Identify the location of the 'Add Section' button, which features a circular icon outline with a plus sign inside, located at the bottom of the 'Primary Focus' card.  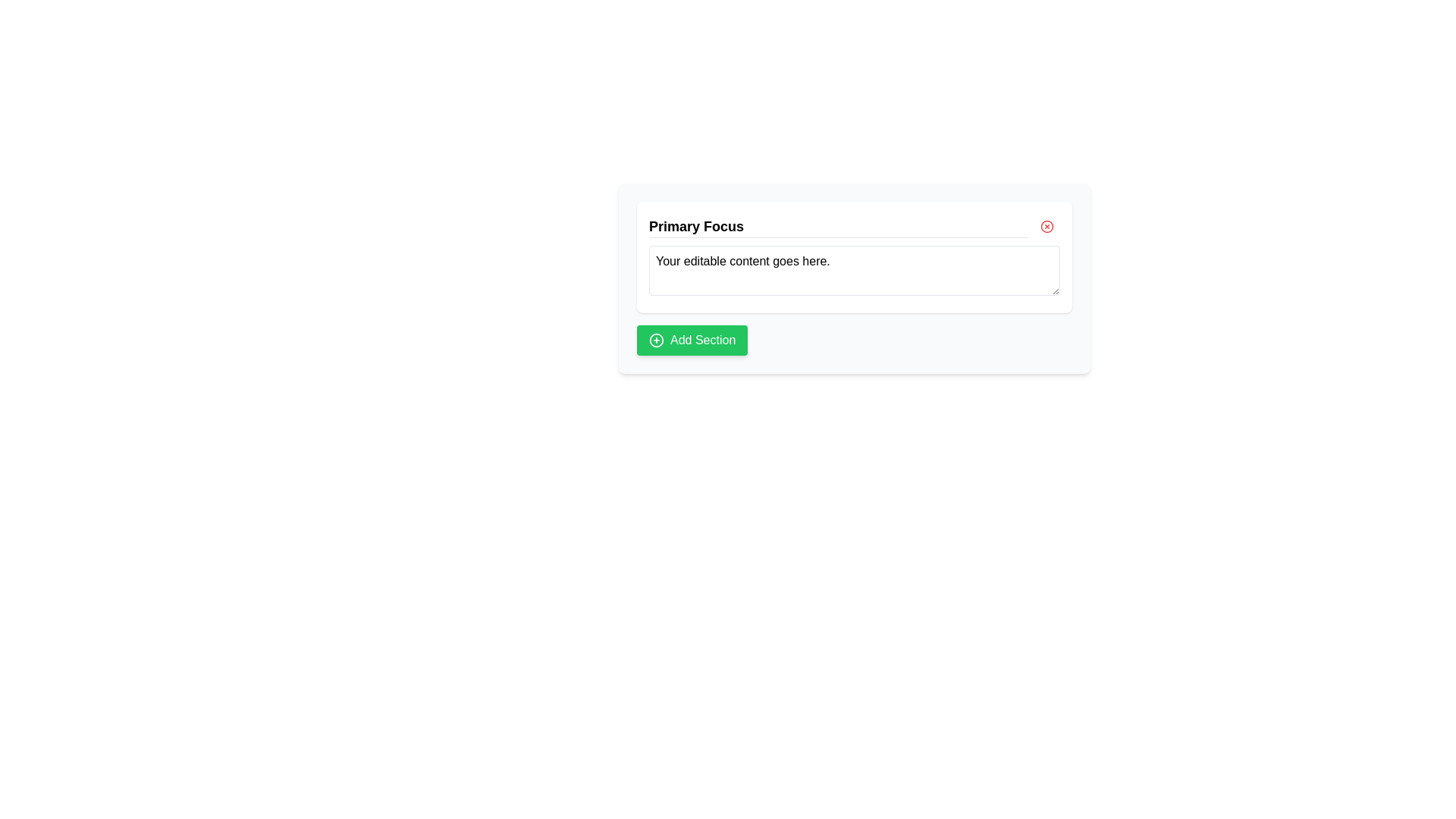
(656, 339).